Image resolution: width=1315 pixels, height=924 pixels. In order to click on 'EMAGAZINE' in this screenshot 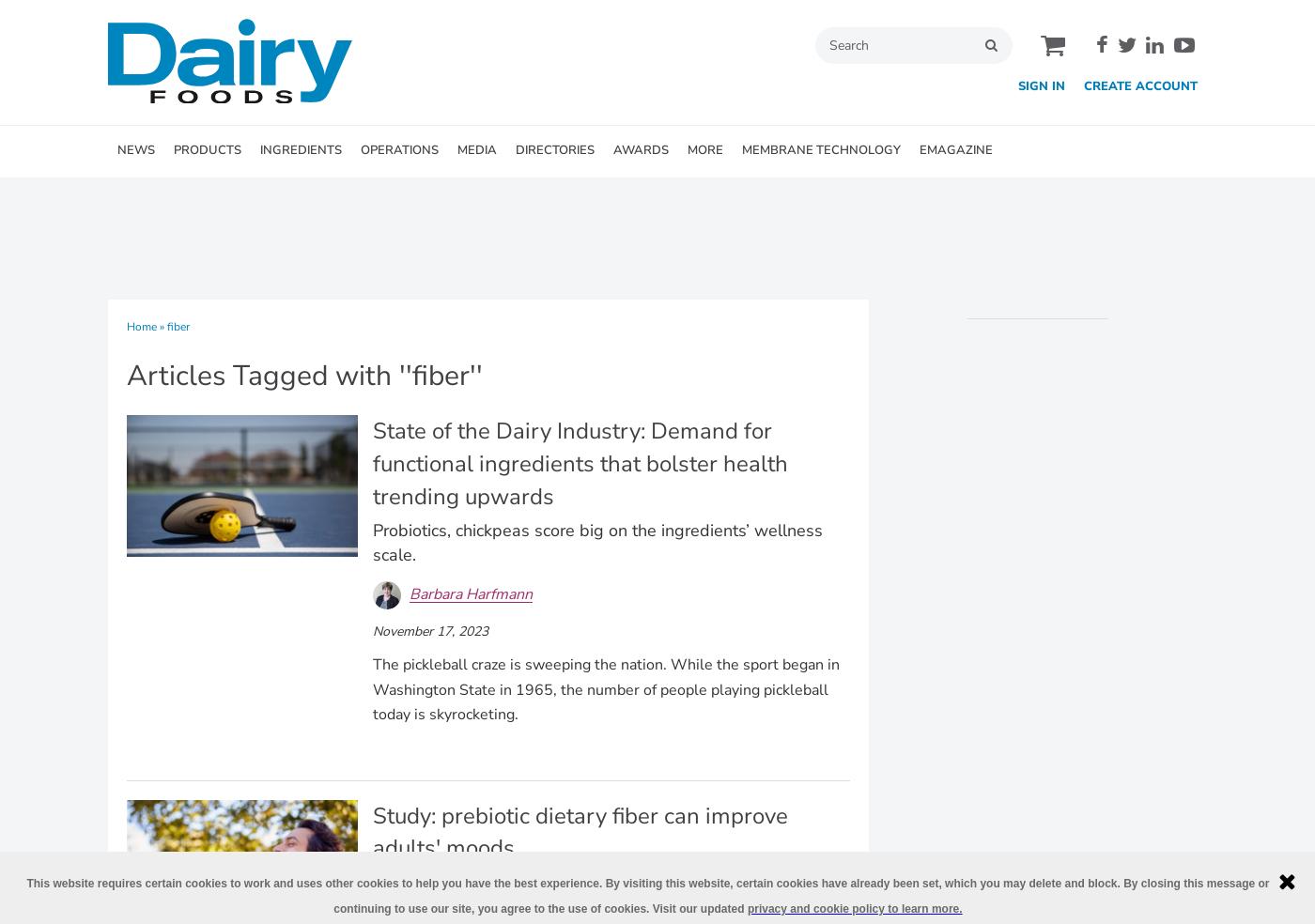, I will do `click(955, 149)`.